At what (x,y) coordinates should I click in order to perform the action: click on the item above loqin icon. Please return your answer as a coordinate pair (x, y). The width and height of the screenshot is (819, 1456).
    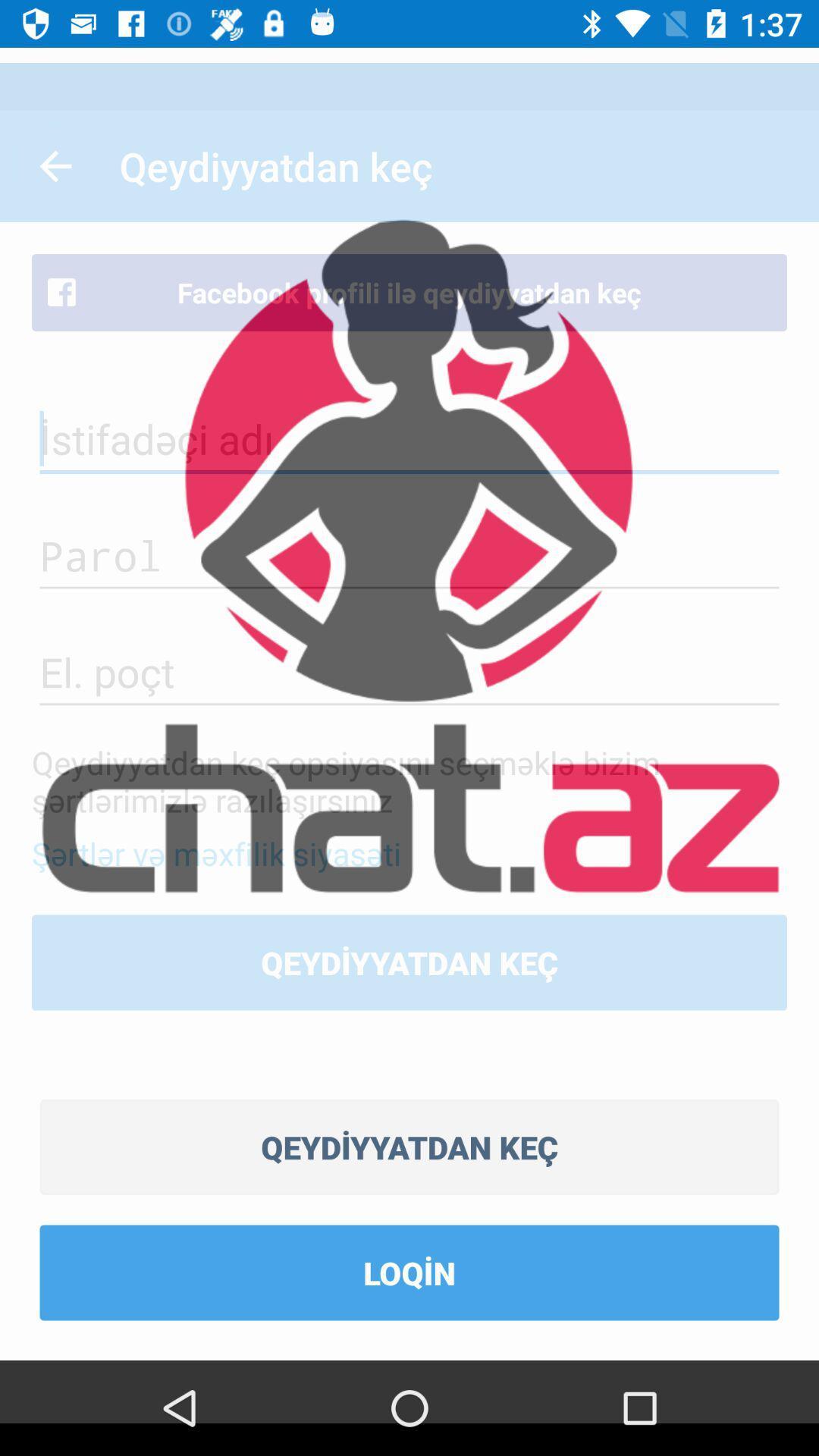
    Looking at the image, I should click on (409, 1147).